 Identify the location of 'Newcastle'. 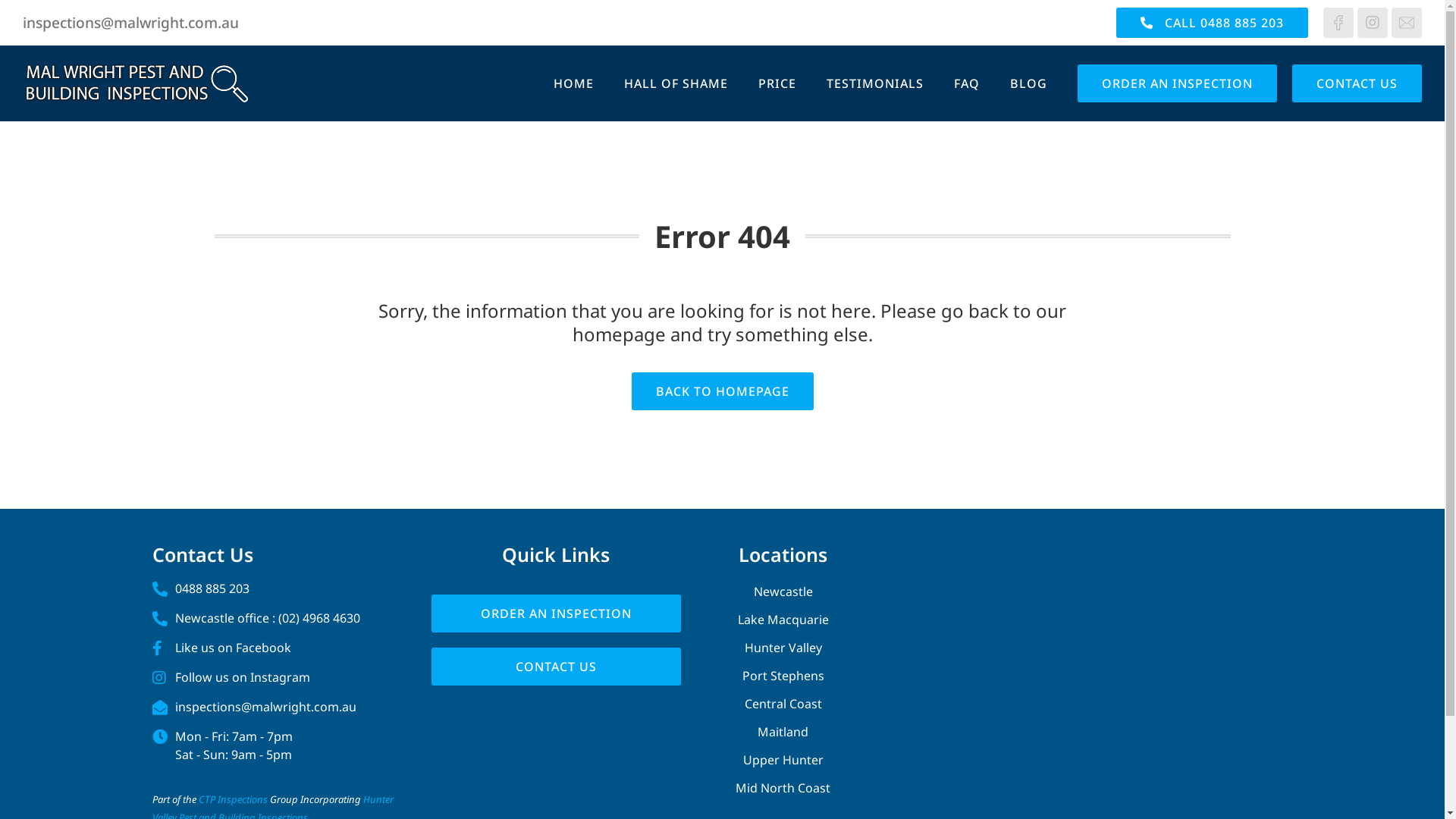
(783, 590).